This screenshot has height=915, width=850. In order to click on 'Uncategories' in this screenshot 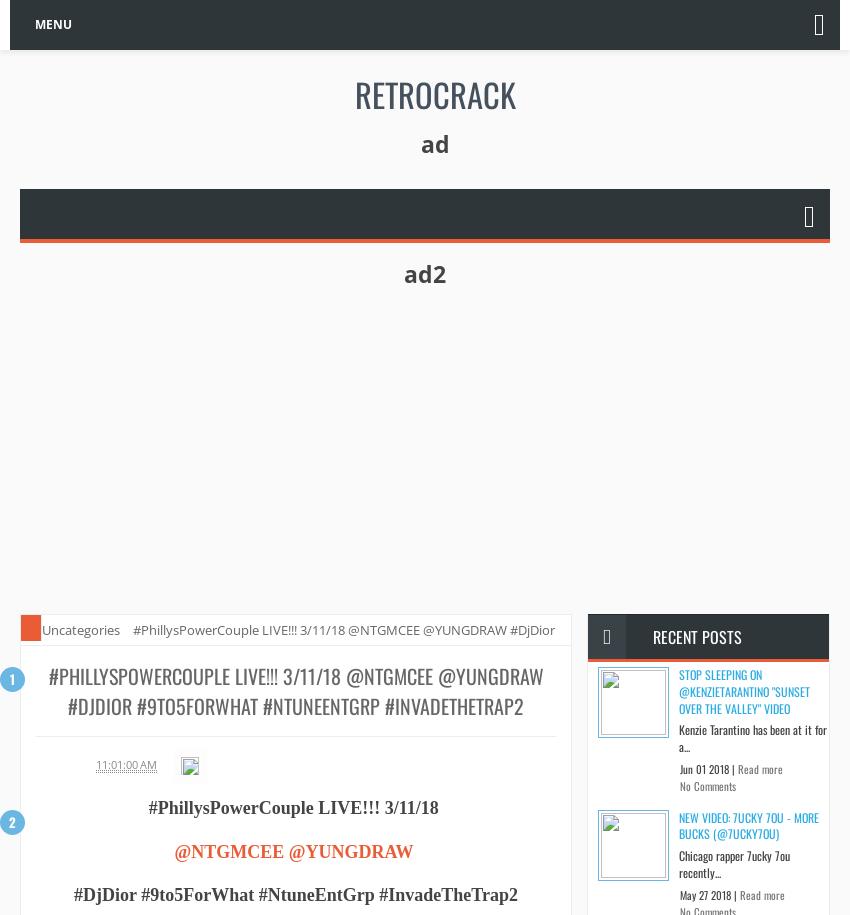, I will do `click(40, 629)`.